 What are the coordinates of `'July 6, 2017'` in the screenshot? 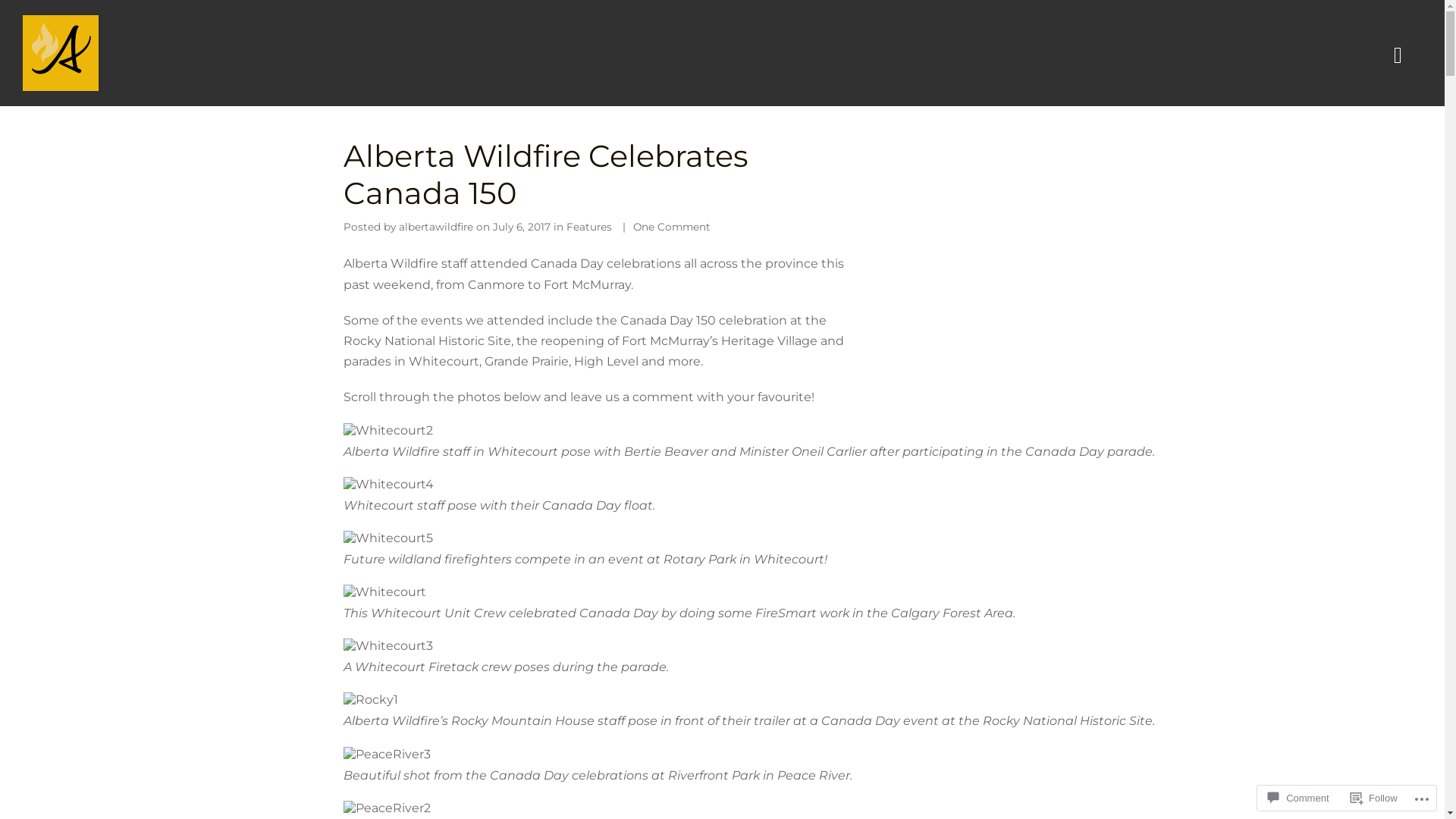 It's located at (521, 227).